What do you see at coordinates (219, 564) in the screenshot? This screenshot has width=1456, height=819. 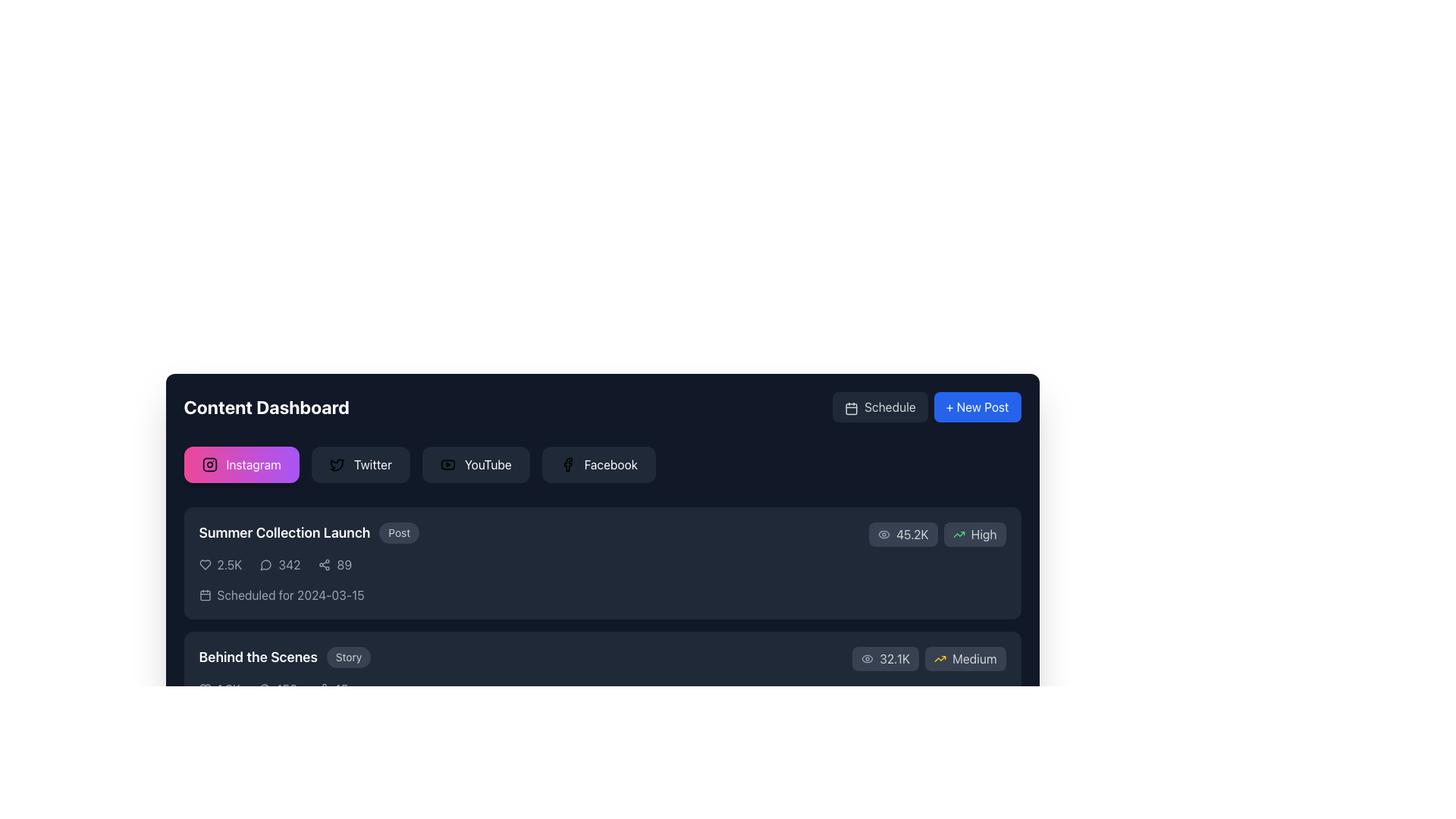 I see `the text '2.5K' styled in gray color with an adjacent heart icon, which is the first component beneath the 'Summer Collection Launch' post` at bounding box center [219, 564].